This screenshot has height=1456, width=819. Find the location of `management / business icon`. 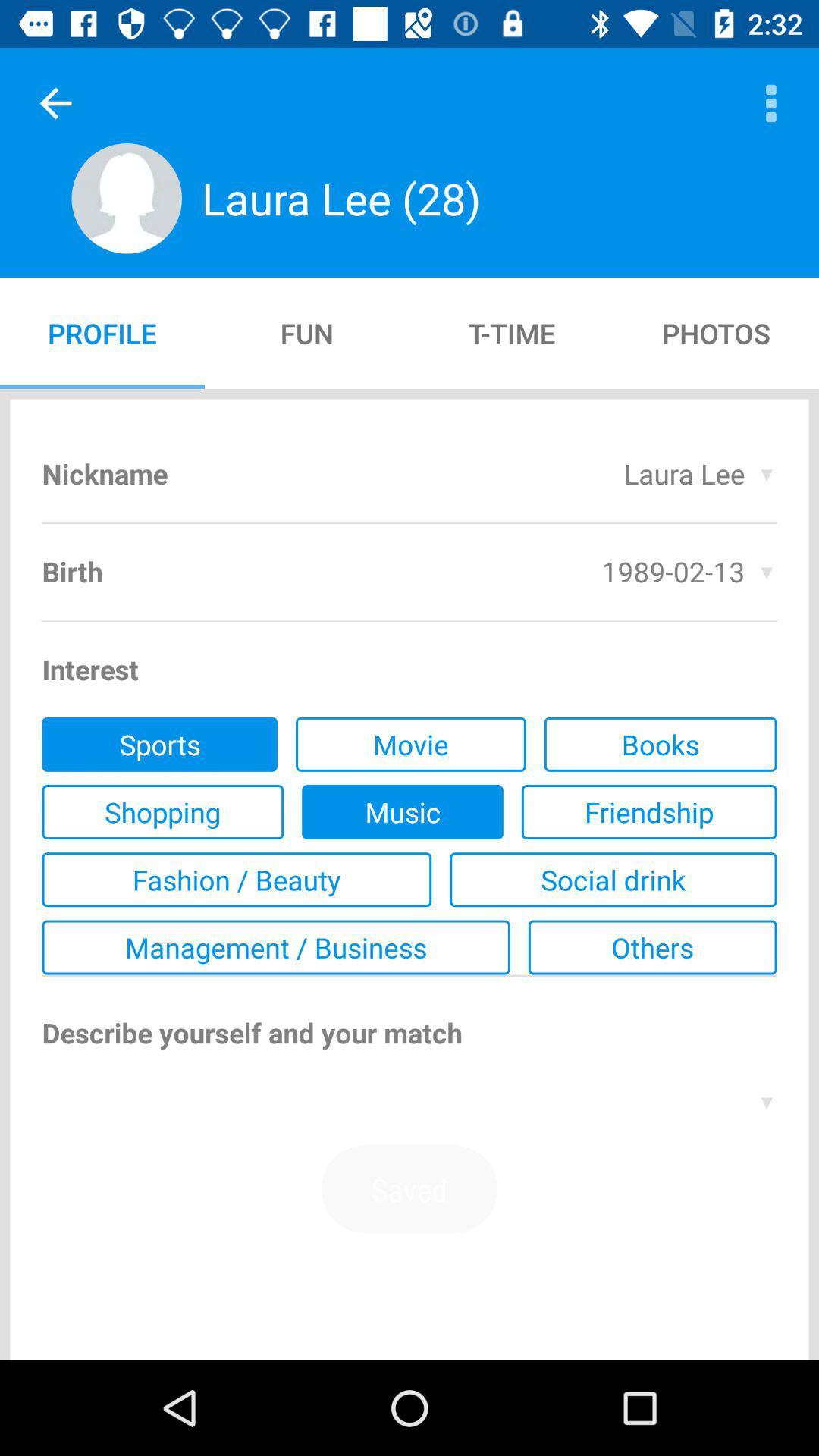

management / business icon is located at coordinates (276, 946).